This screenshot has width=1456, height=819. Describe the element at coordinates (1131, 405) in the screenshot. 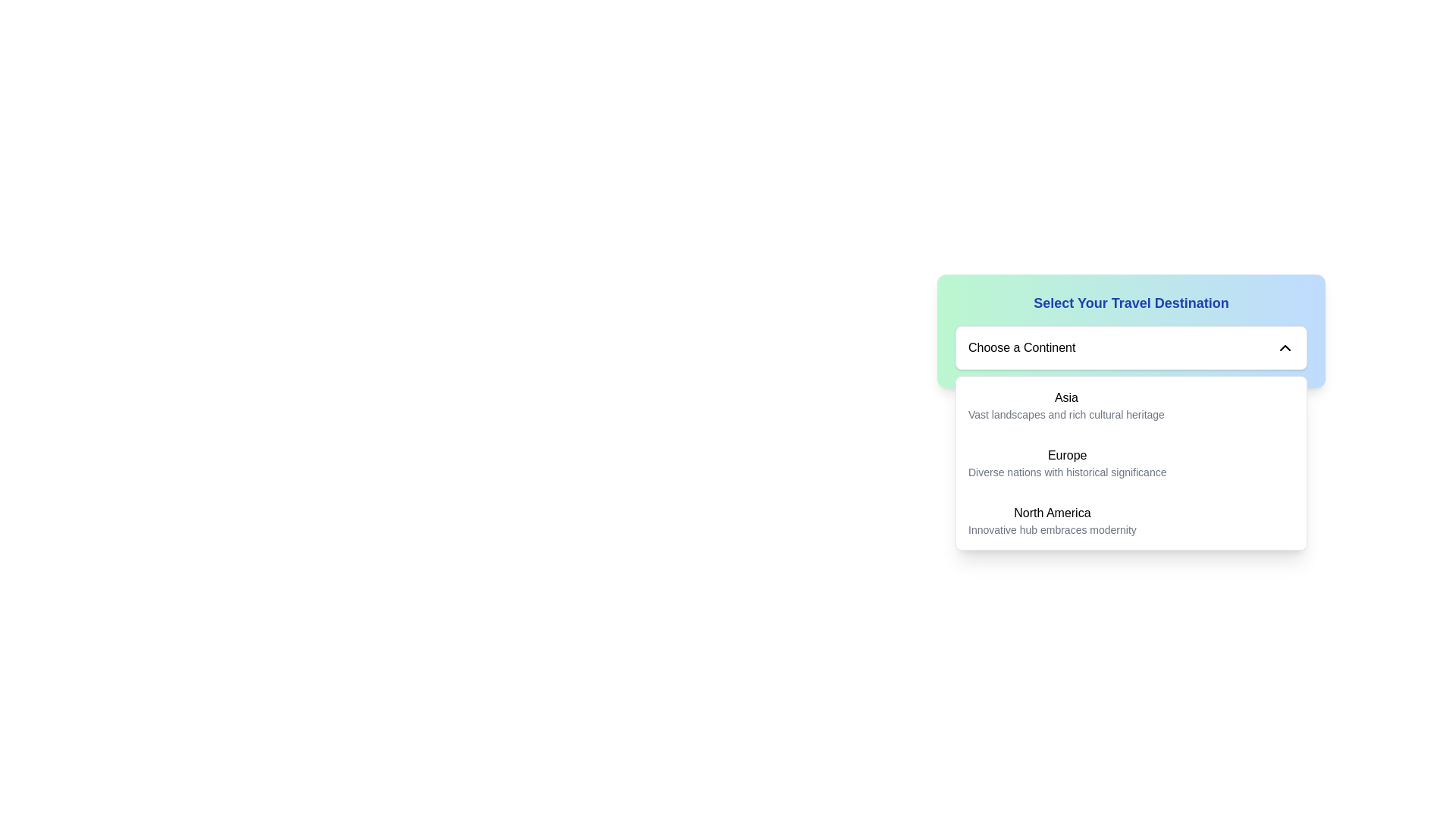

I see `the 'Asia' option in the dropdown menu` at that location.